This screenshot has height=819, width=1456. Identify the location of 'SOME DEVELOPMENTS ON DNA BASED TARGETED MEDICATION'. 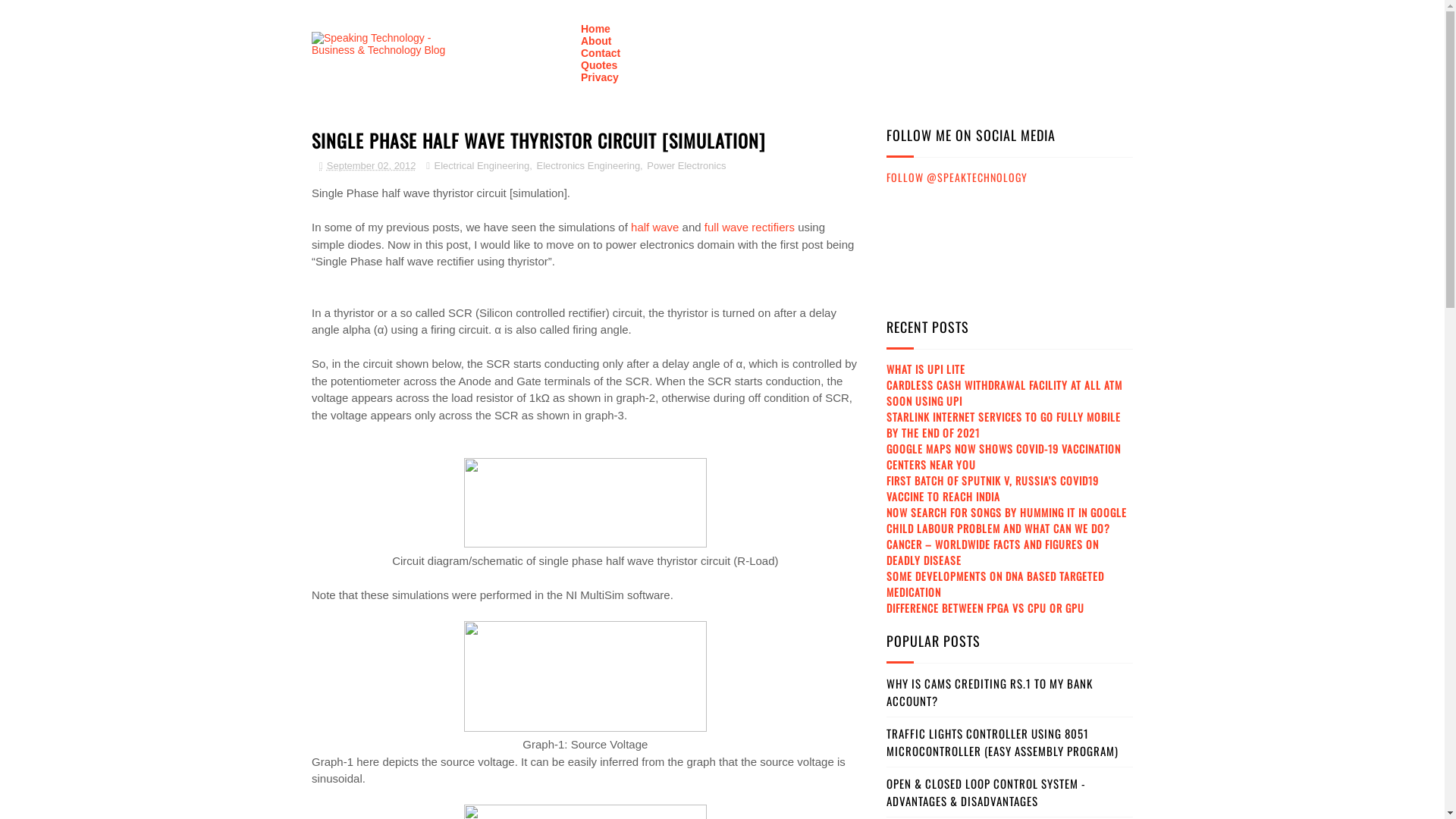
(995, 583).